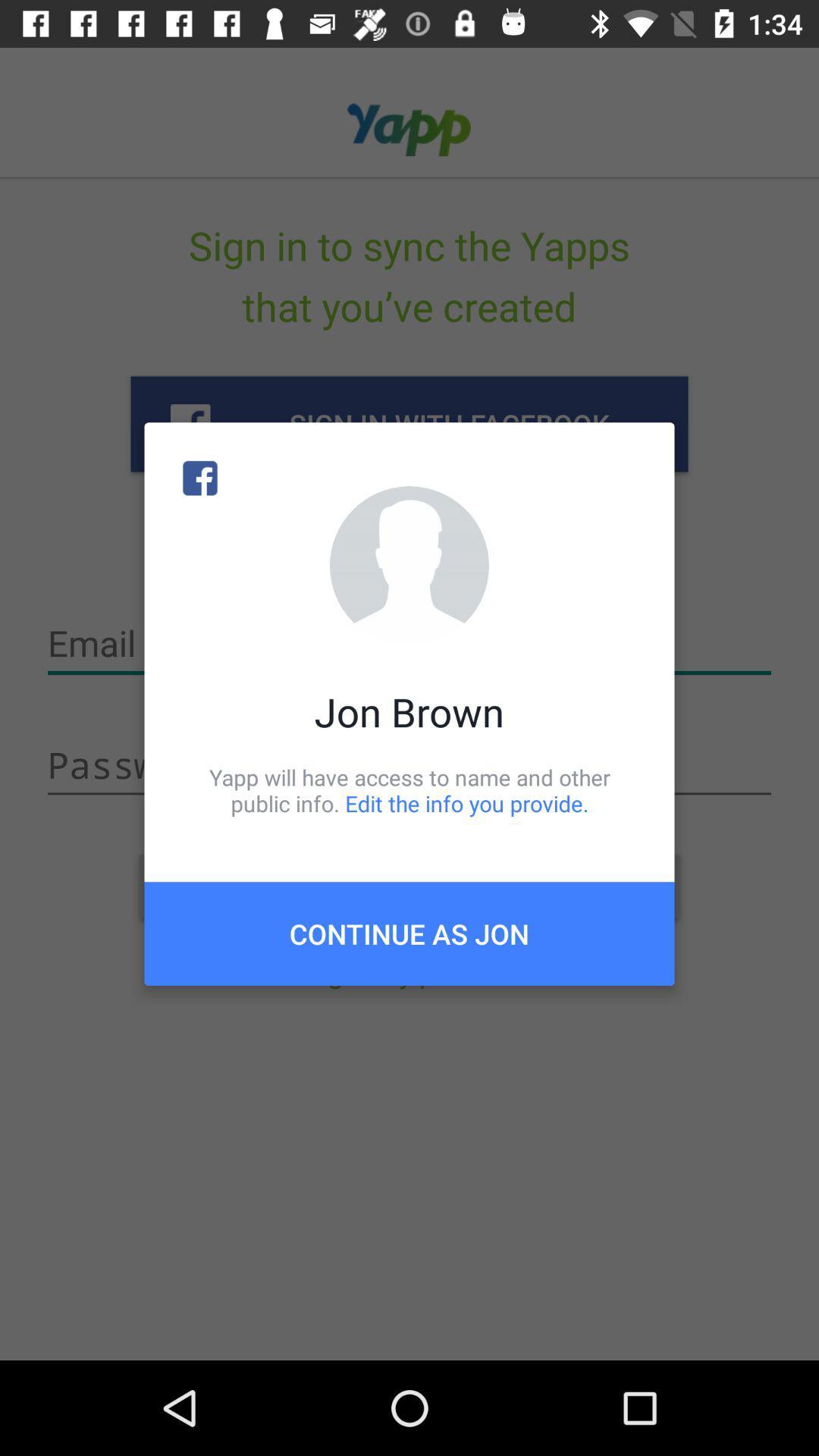 This screenshot has width=819, height=1456. What do you see at coordinates (409, 789) in the screenshot?
I see `yapp will have item` at bounding box center [409, 789].